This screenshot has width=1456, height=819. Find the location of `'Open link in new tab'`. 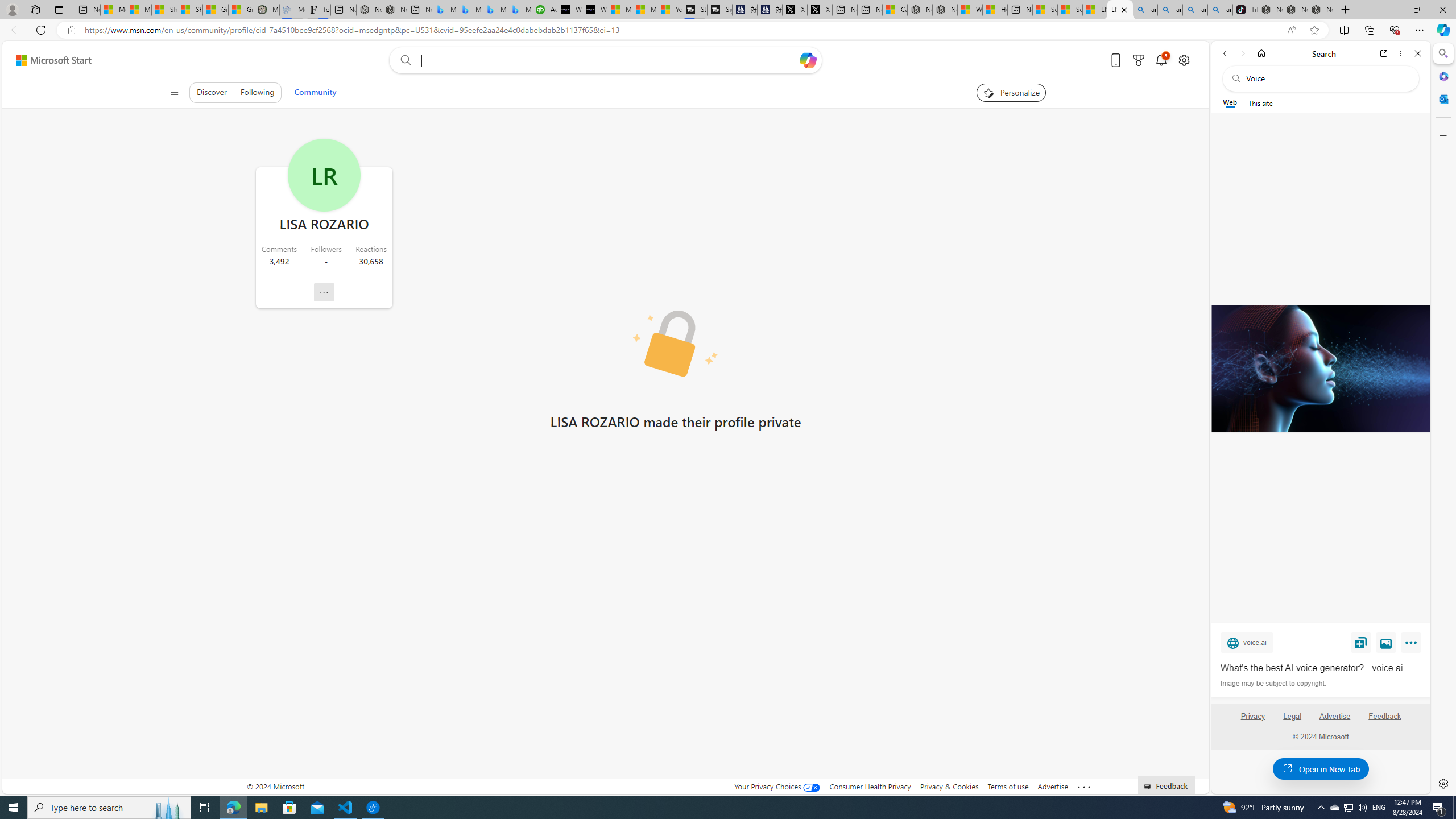

'Open link in new tab' is located at coordinates (1384, 53).